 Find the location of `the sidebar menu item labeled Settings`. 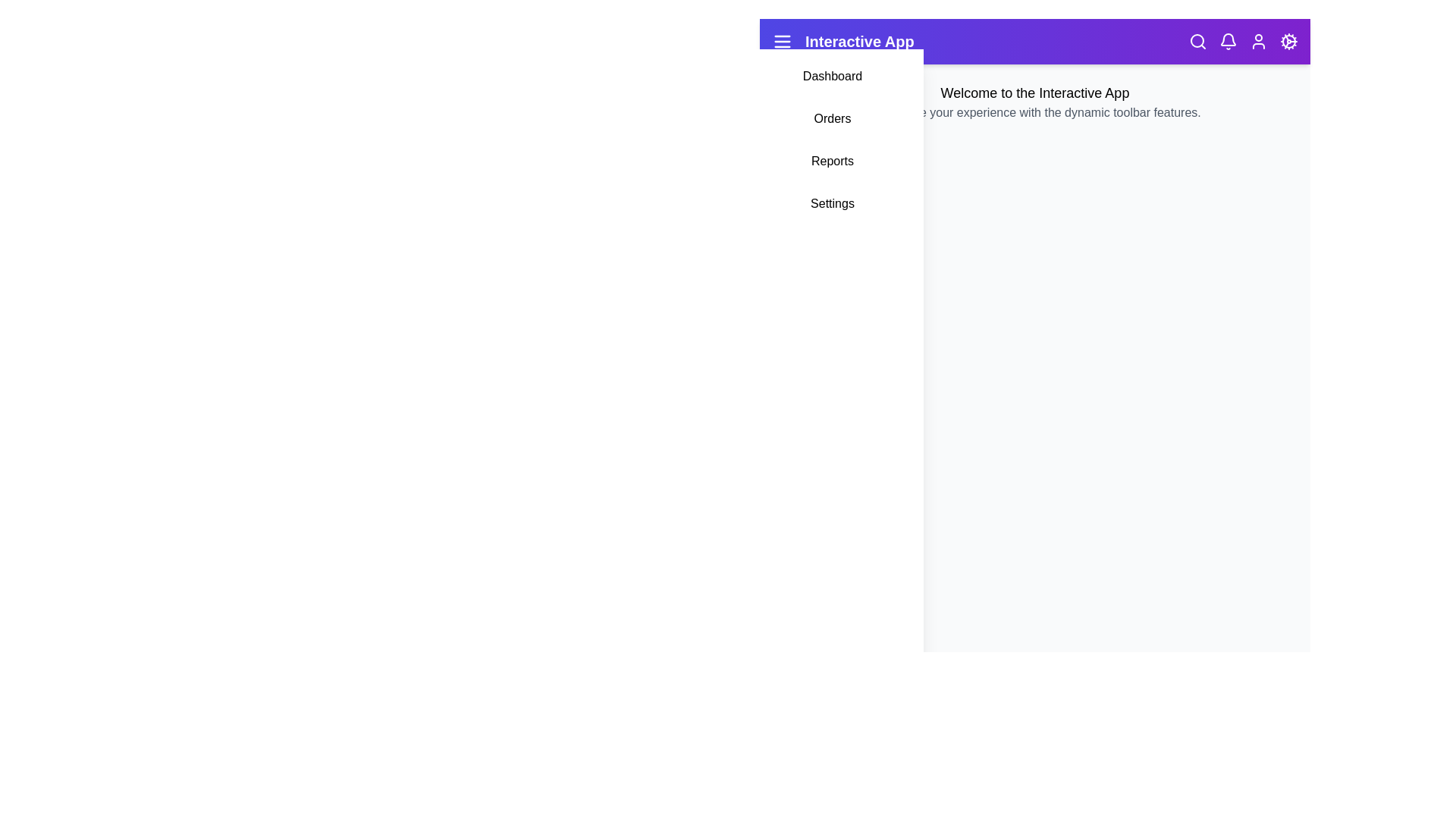

the sidebar menu item labeled Settings is located at coordinates (832, 203).